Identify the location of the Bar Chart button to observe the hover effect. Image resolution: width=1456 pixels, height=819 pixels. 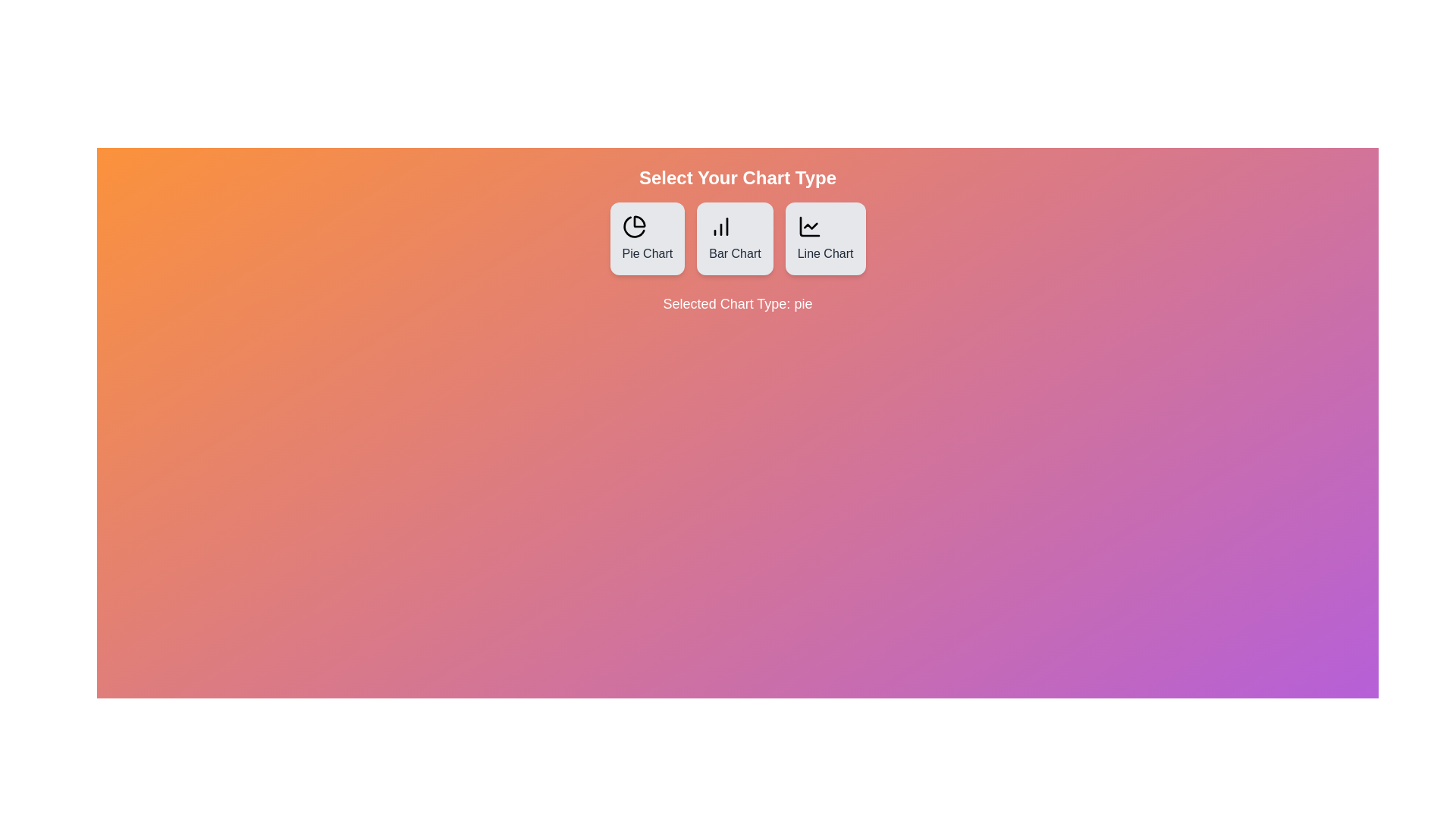
(735, 239).